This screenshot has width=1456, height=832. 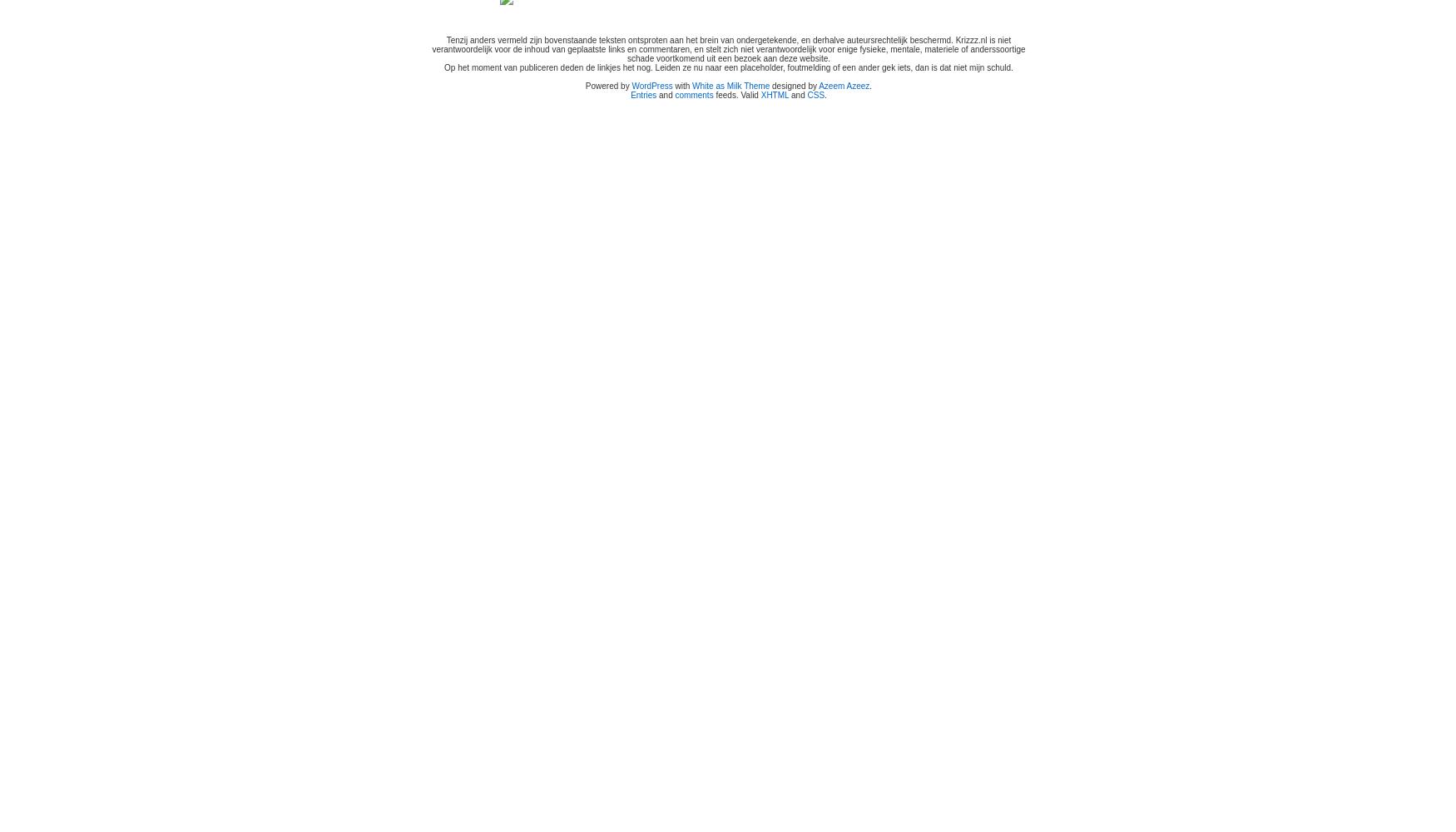 I want to click on 'designed by', so click(x=794, y=85).